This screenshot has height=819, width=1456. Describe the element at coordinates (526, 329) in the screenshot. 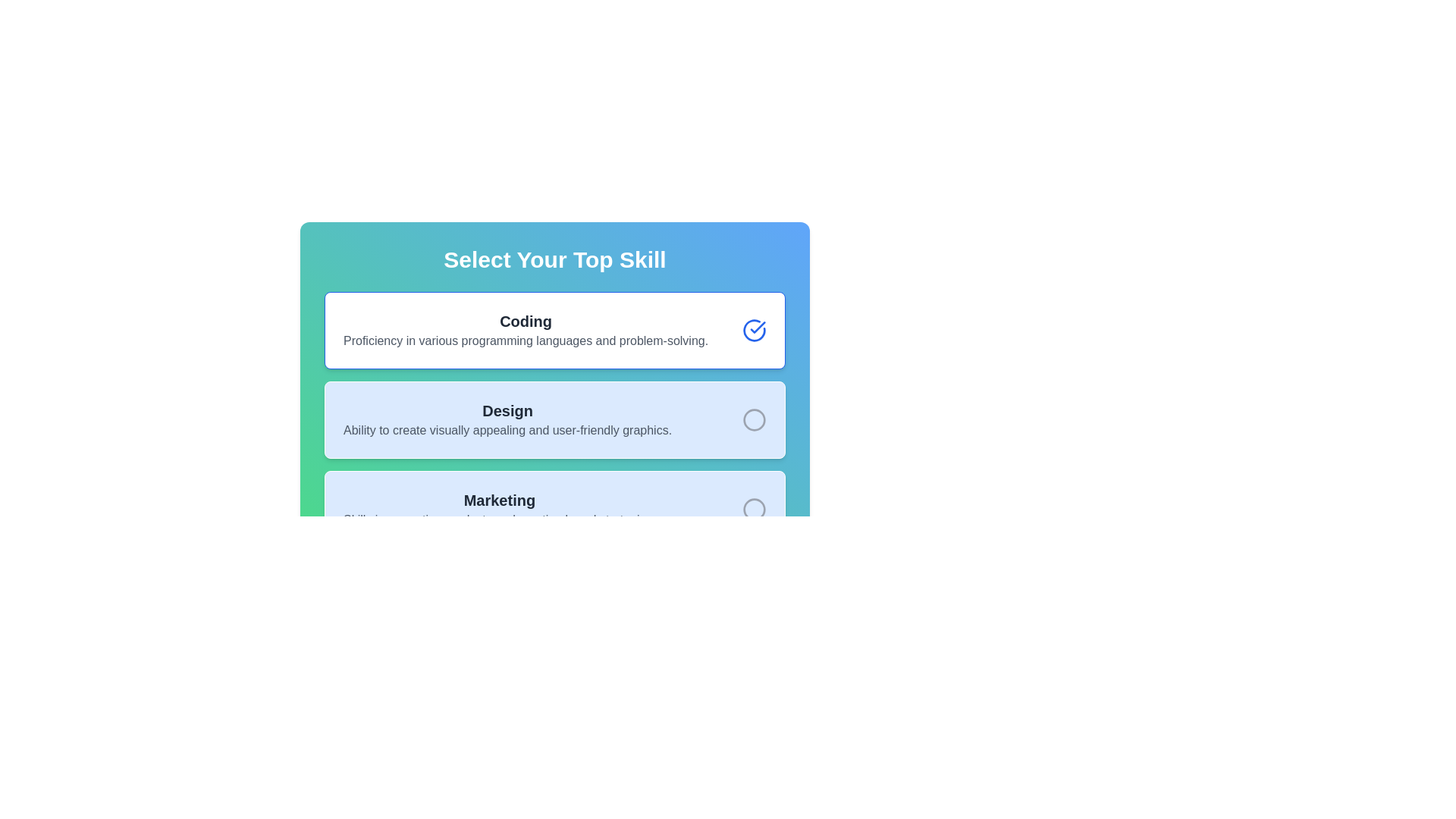

I see `the first selectable skill item in the list of top skills, which is located above the 'Design' and 'Marketing' elements` at that location.